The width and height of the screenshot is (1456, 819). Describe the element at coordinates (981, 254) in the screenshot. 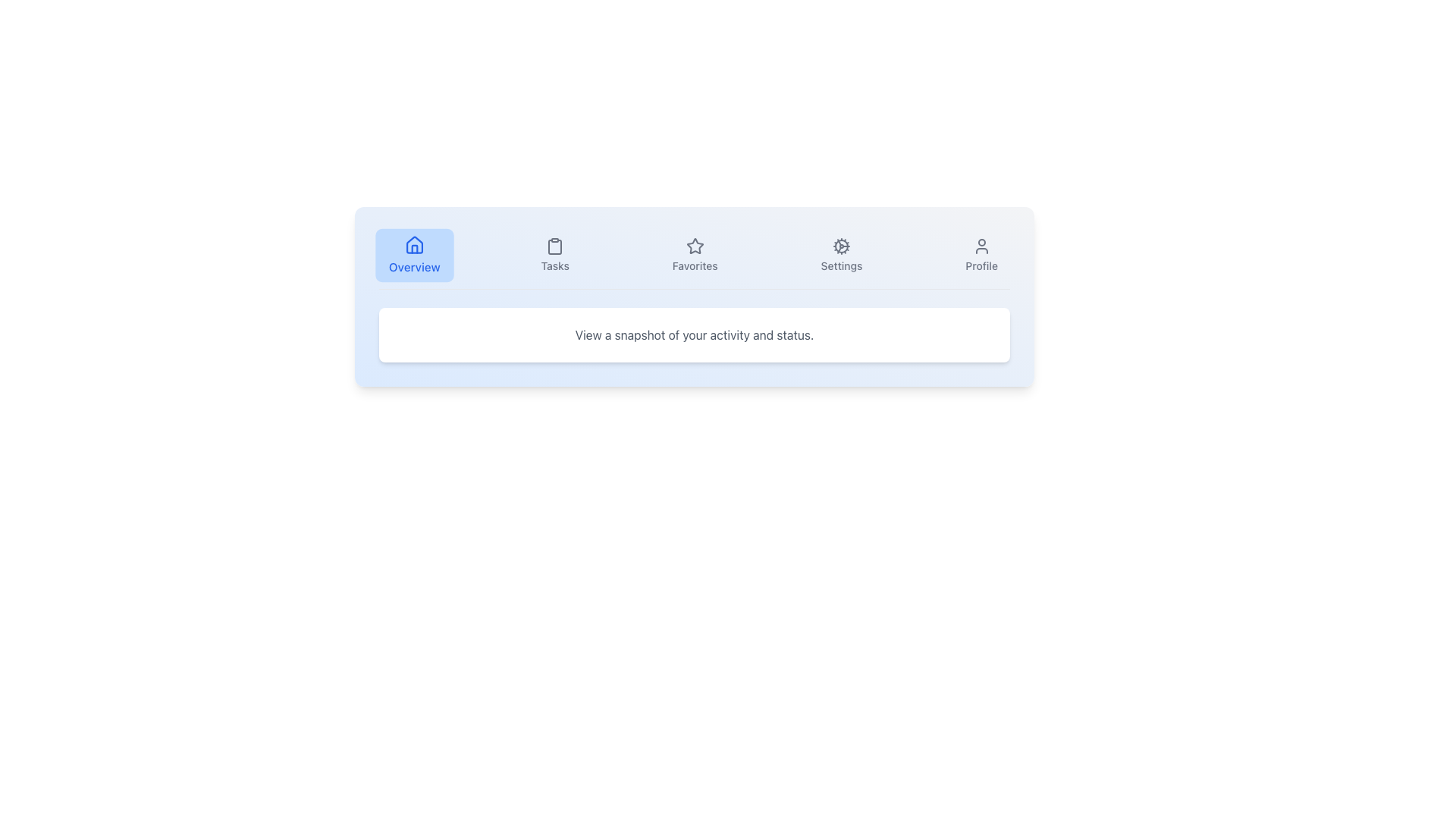

I see `the 'Profile' button, which is the last item in the navigation bar featuring a user icon and styled text` at that location.